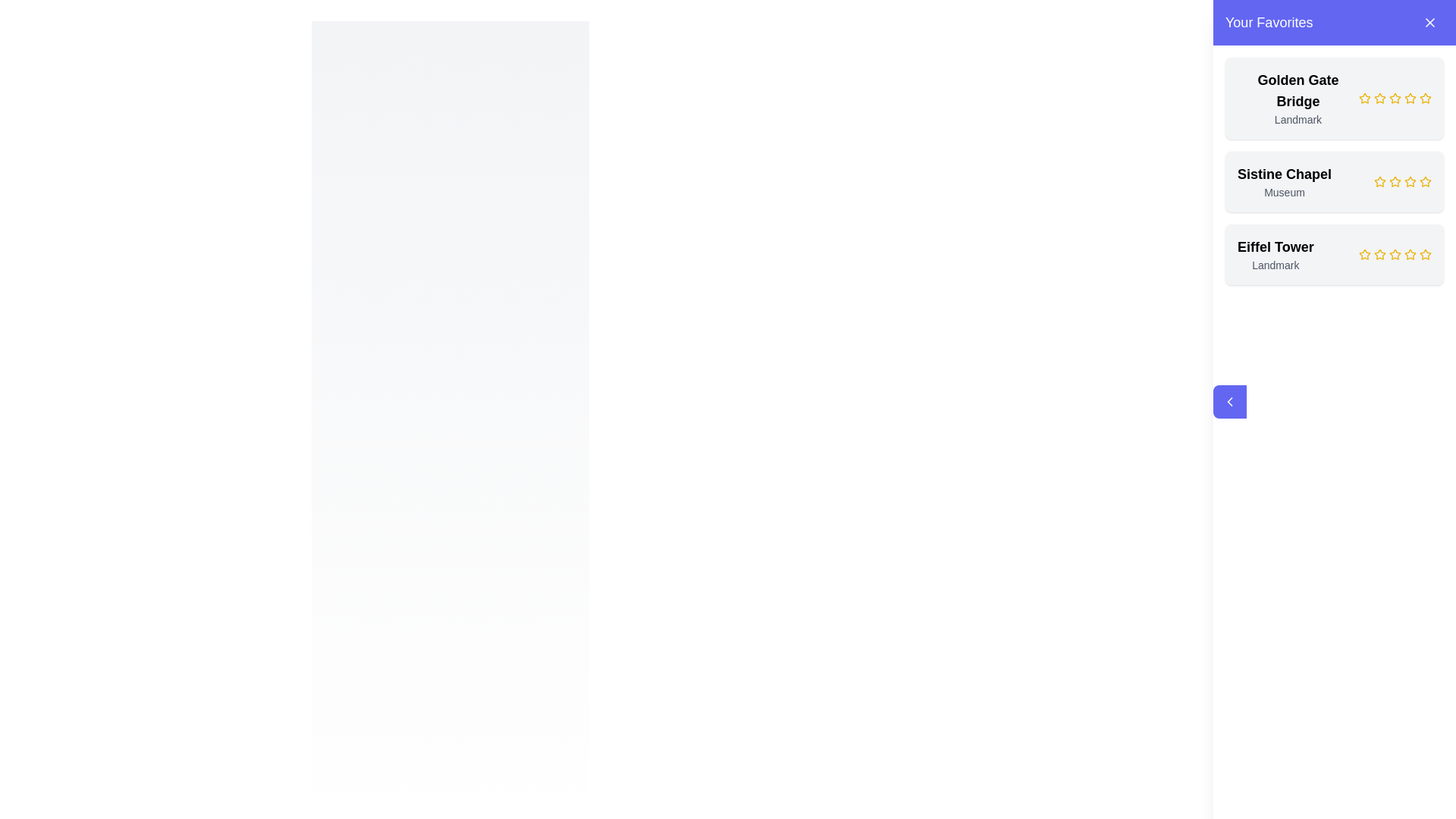 Image resolution: width=1456 pixels, height=819 pixels. I want to click on the rating stars element associated with the 'Eiffel Tower' entity located within the 'Your Favorites' panel, so click(1395, 253).